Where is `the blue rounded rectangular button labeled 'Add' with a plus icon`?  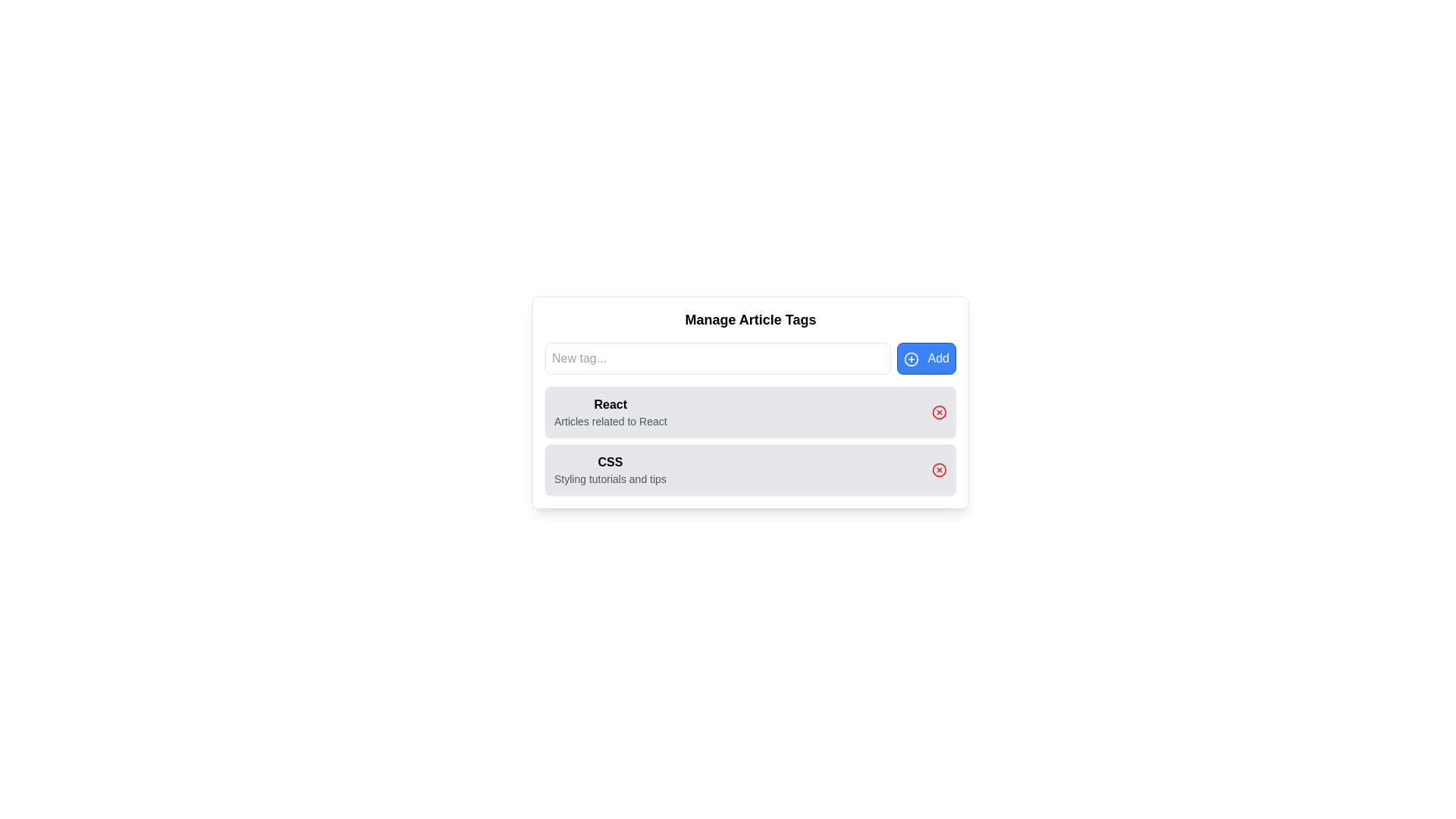
the blue rounded rectangular button labeled 'Add' with a plus icon is located at coordinates (925, 359).